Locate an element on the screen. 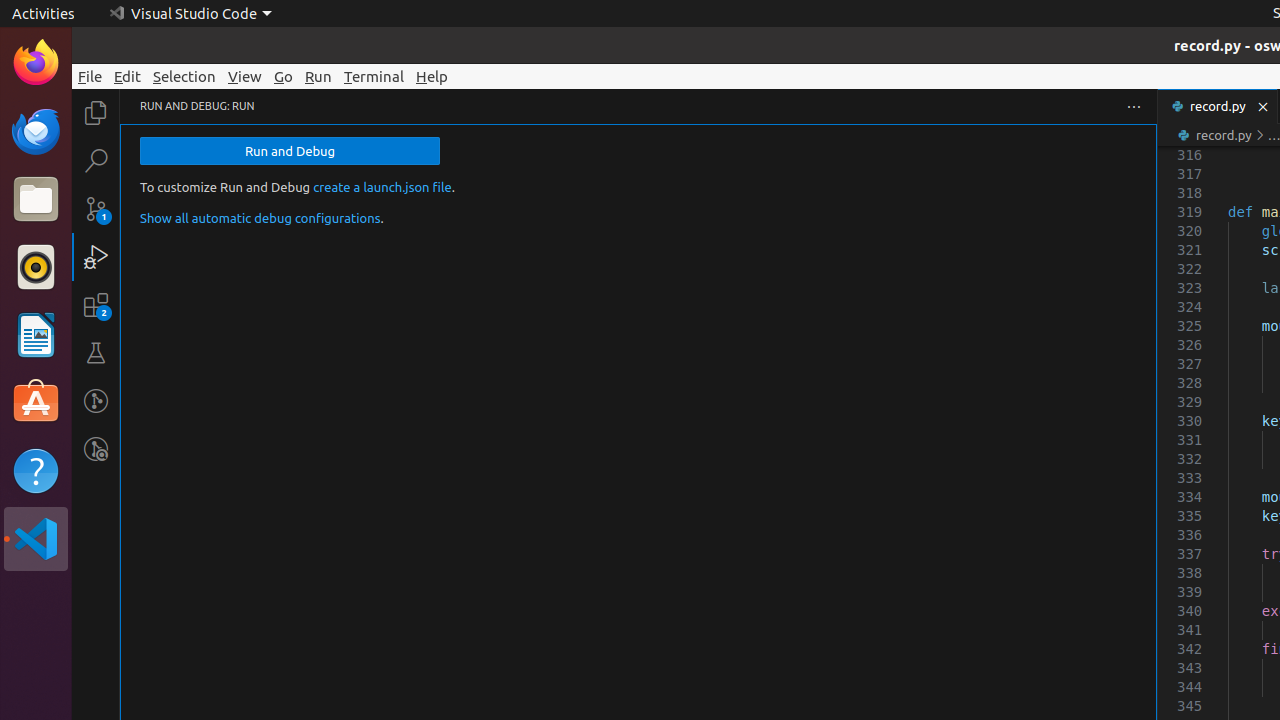 This screenshot has width=1280, height=720. 'Selection' is located at coordinates (184, 75).